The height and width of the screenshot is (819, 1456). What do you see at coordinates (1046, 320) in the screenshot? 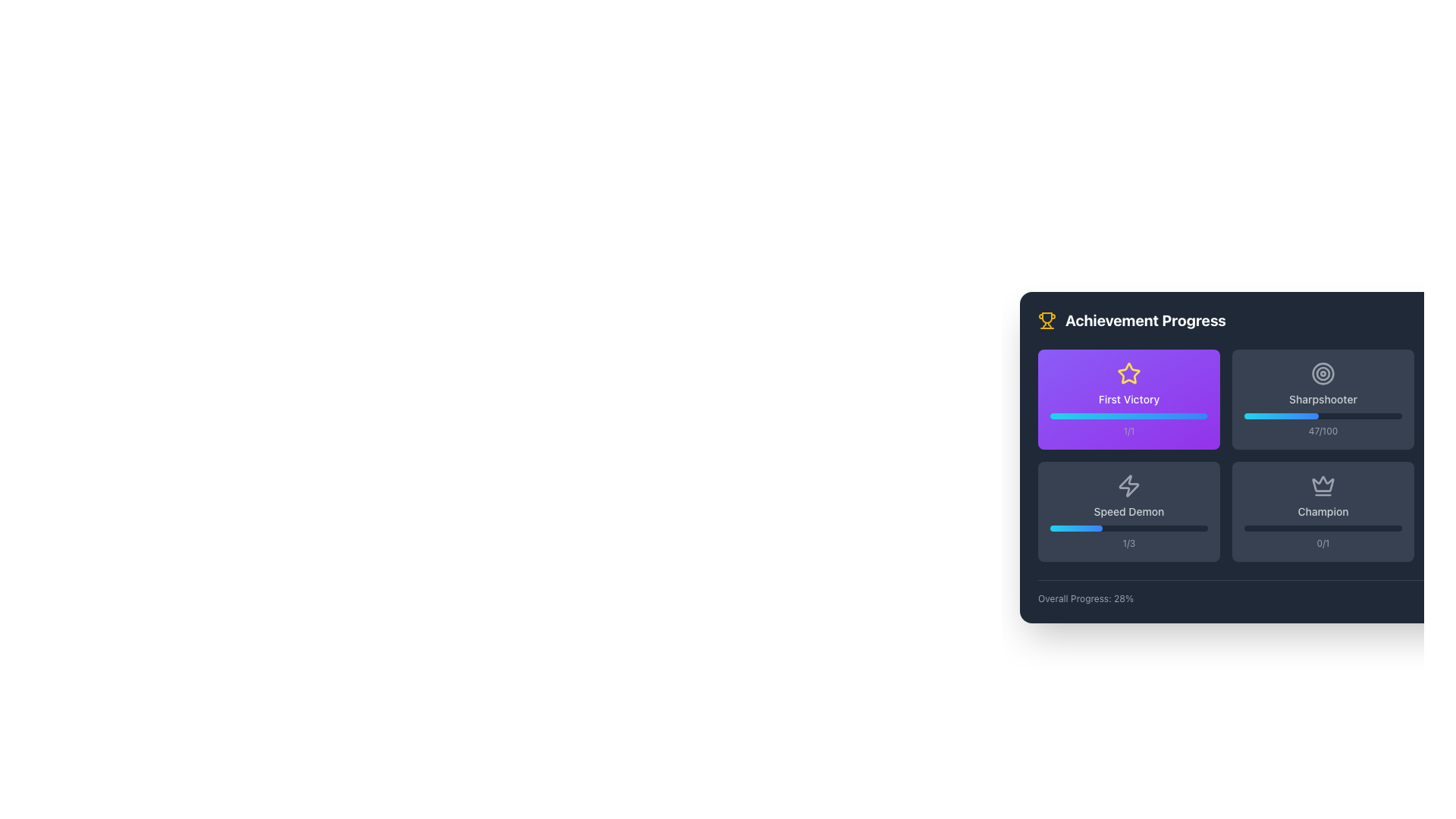
I see `the trophy icon, which is yellow and located to the left of the 'Achievement Progress' text in the top-left section of the card` at bounding box center [1046, 320].